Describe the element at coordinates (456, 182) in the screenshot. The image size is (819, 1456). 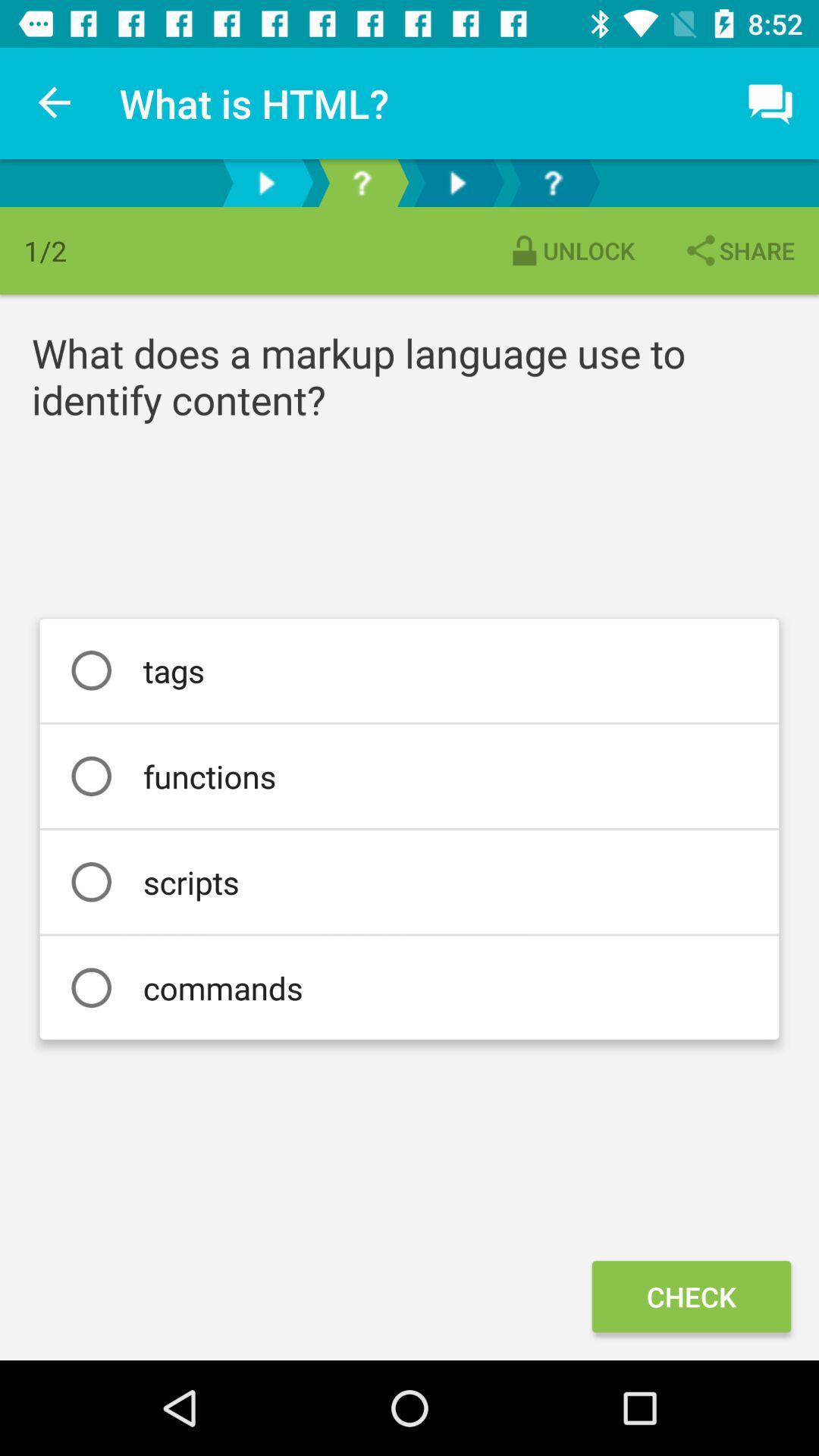
I see `next` at that location.